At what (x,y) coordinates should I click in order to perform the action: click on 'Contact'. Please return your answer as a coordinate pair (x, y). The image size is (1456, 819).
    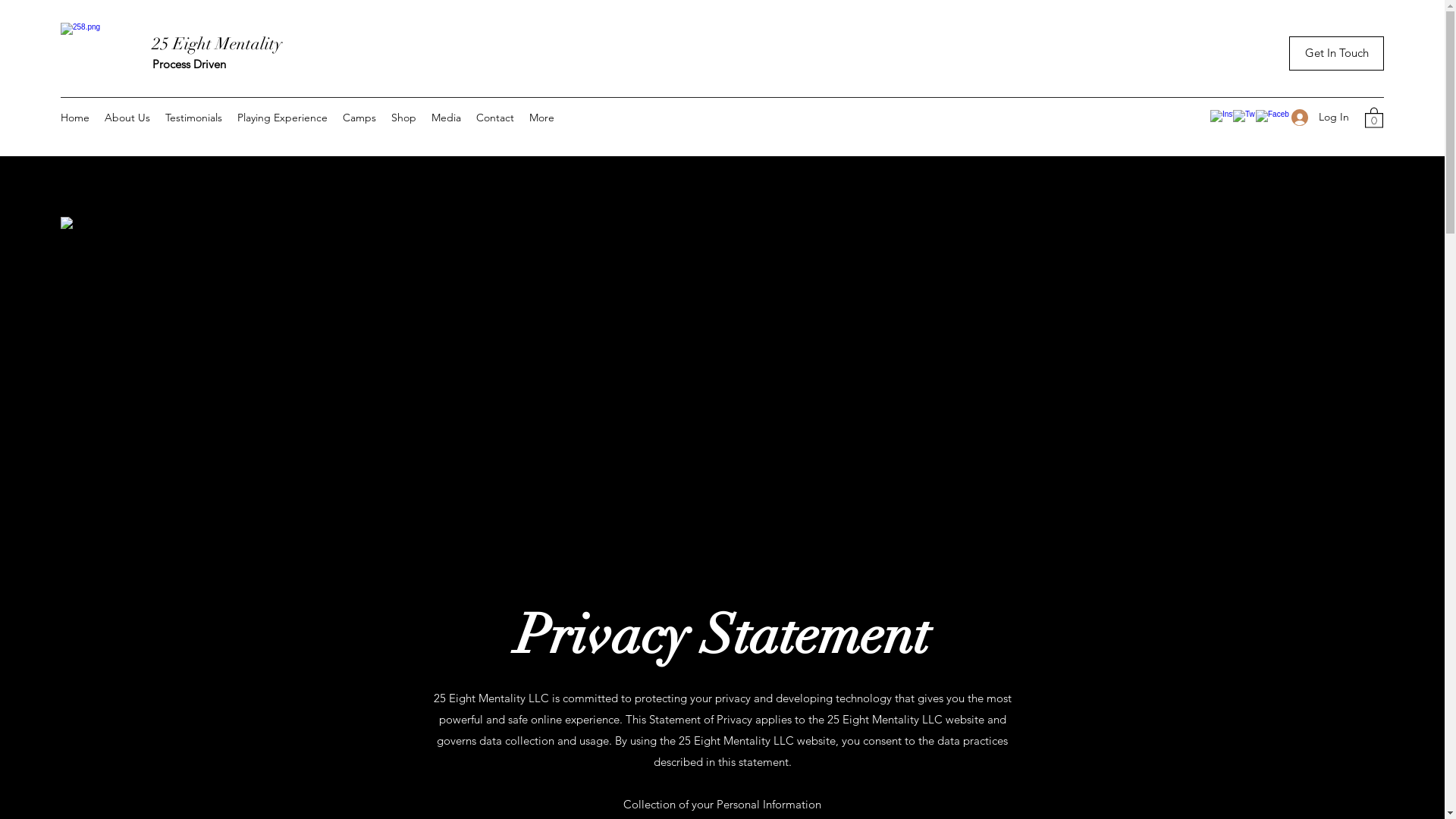
    Looking at the image, I should click on (494, 116).